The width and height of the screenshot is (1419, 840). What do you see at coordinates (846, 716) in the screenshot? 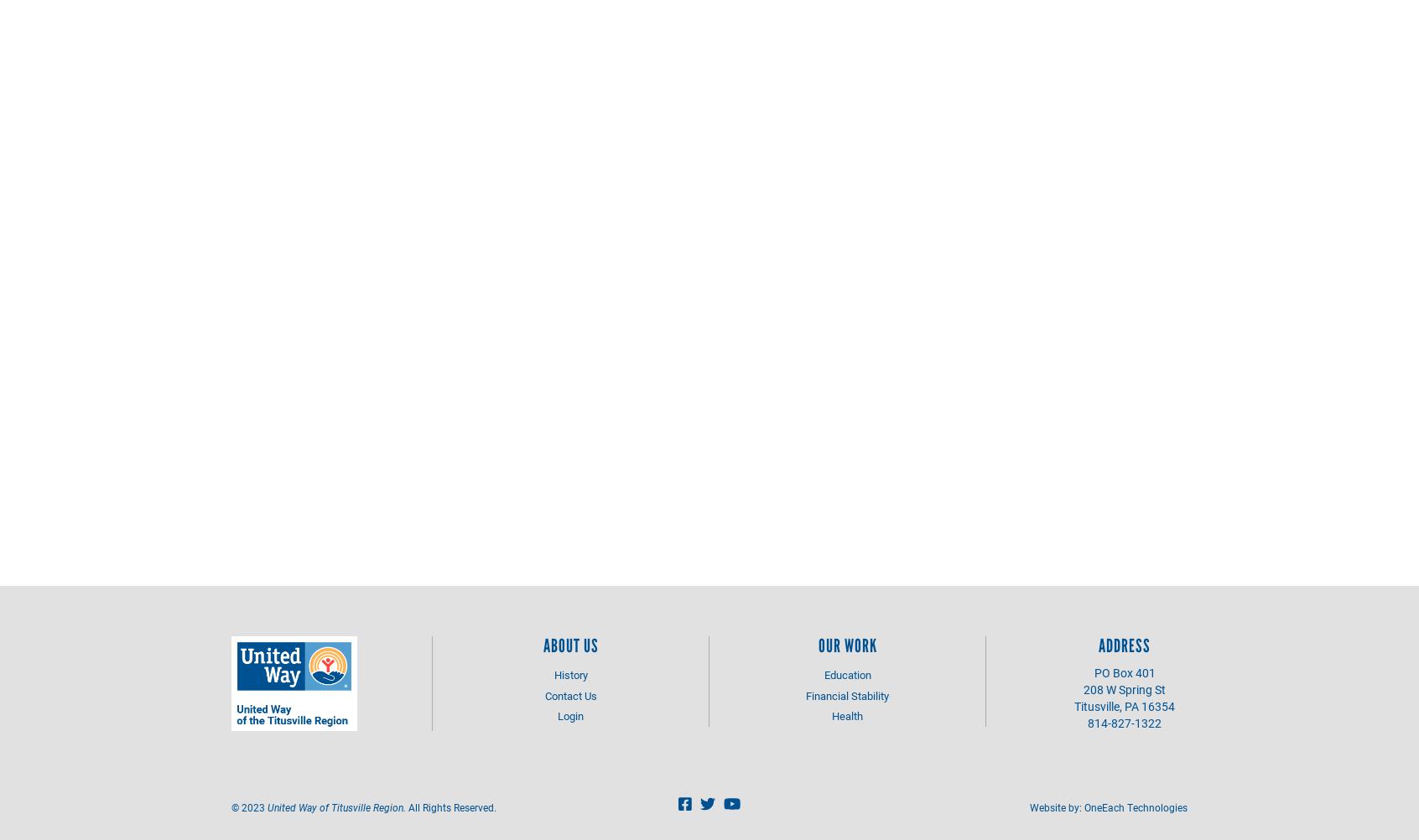
I see `'Health'` at bounding box center [846, 716].